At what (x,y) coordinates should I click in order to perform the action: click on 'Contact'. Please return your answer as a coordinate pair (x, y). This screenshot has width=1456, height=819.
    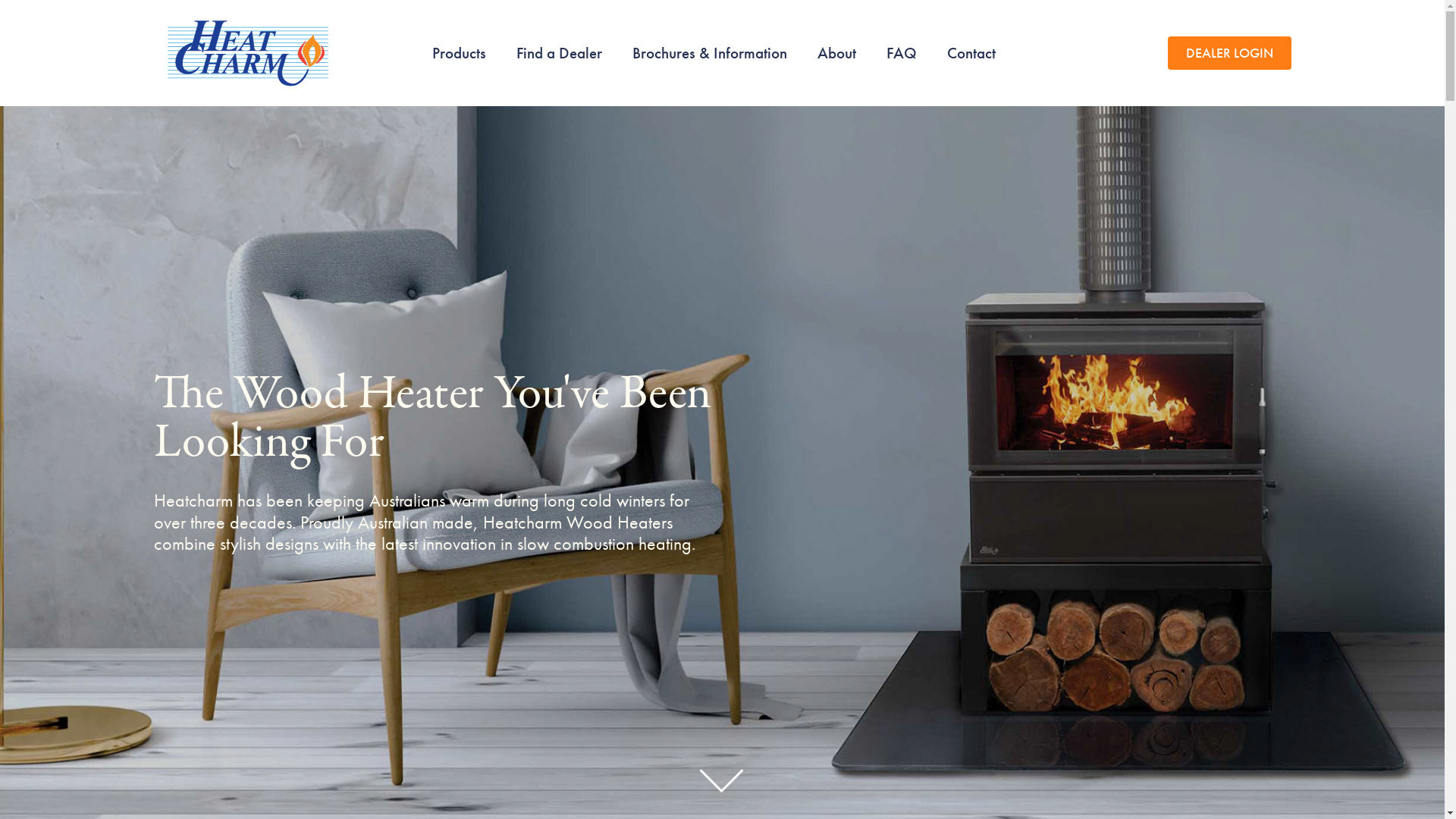
    Looking at the image, I should click on (971, 52).